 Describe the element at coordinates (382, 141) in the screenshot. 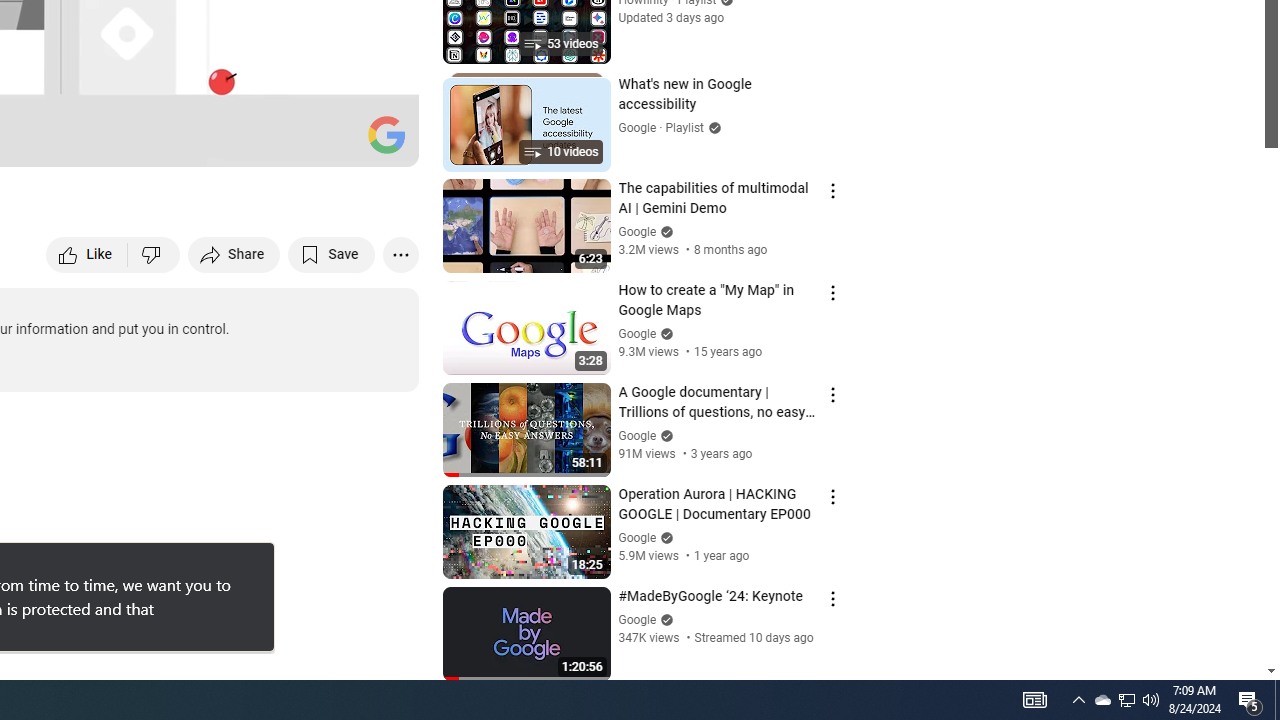

I see `'Full screen (f)'` at that location.